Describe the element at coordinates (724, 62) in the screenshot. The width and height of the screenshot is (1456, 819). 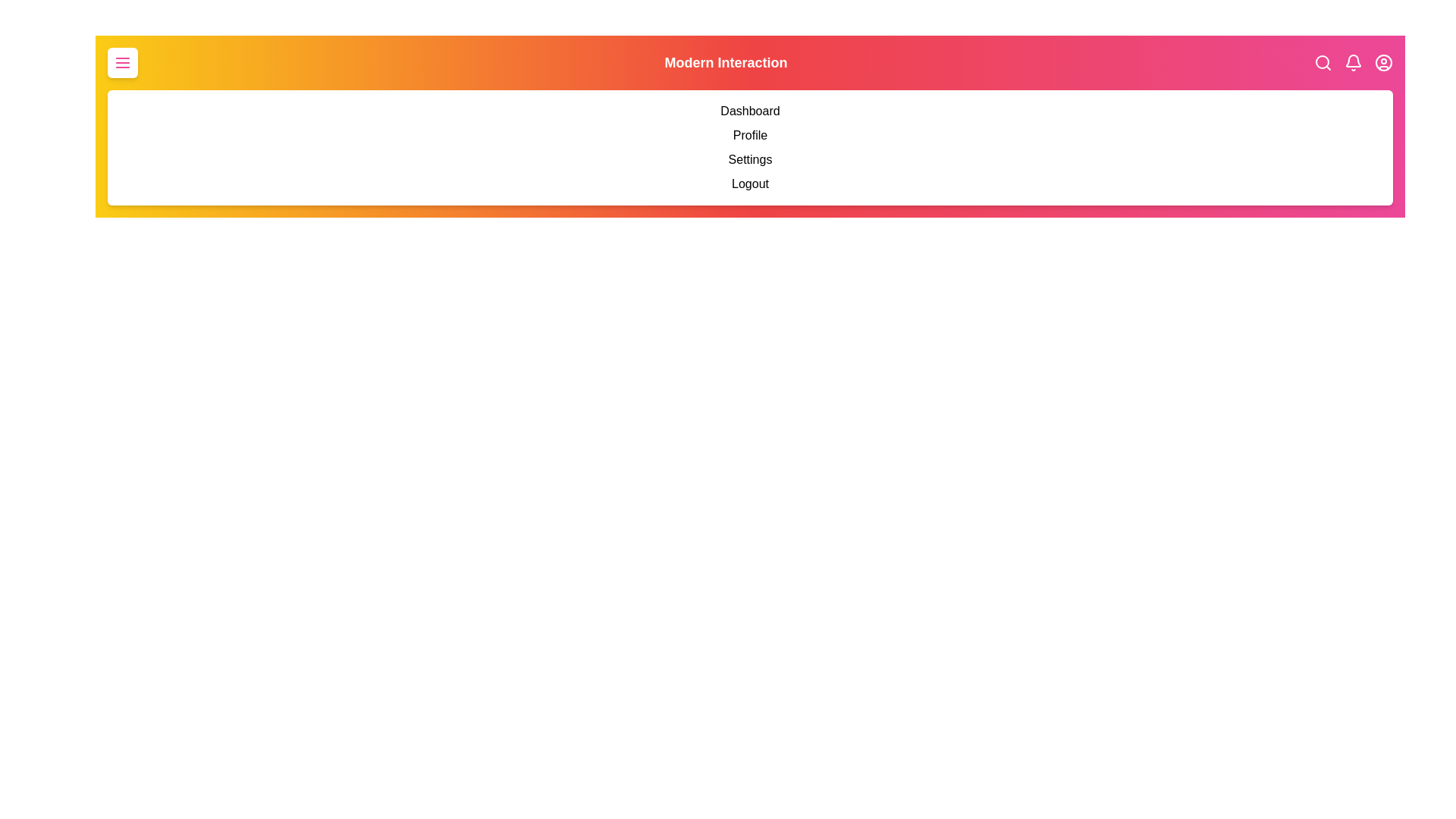
I see `the header text 'Modern Interaction' by clicking on its center` at that location.